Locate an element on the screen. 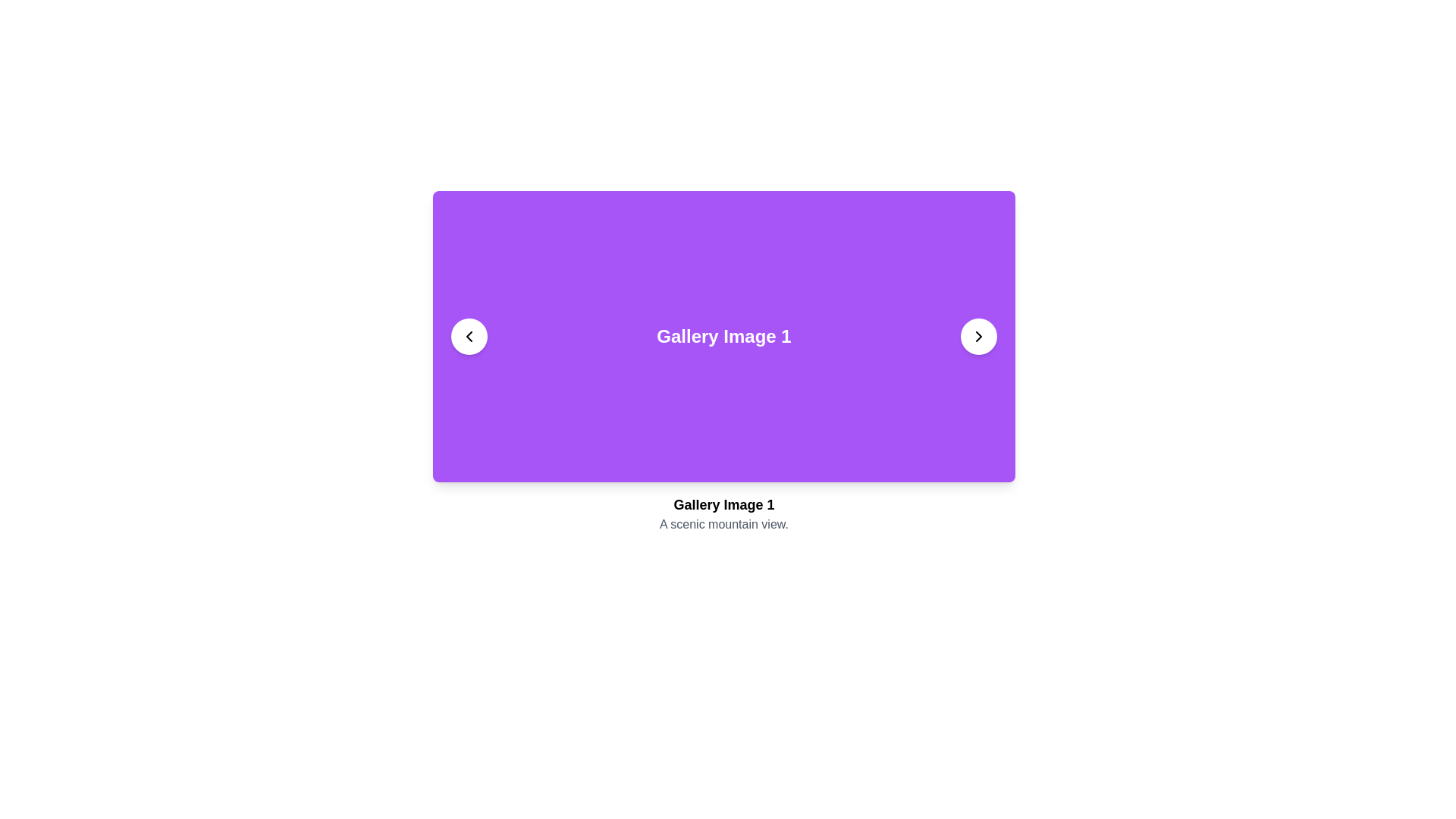  the left-pointing chevron icon used for backward navigation in the gallery, which is styled with a black outline and a white circular background is located at coordinates (469, 335).